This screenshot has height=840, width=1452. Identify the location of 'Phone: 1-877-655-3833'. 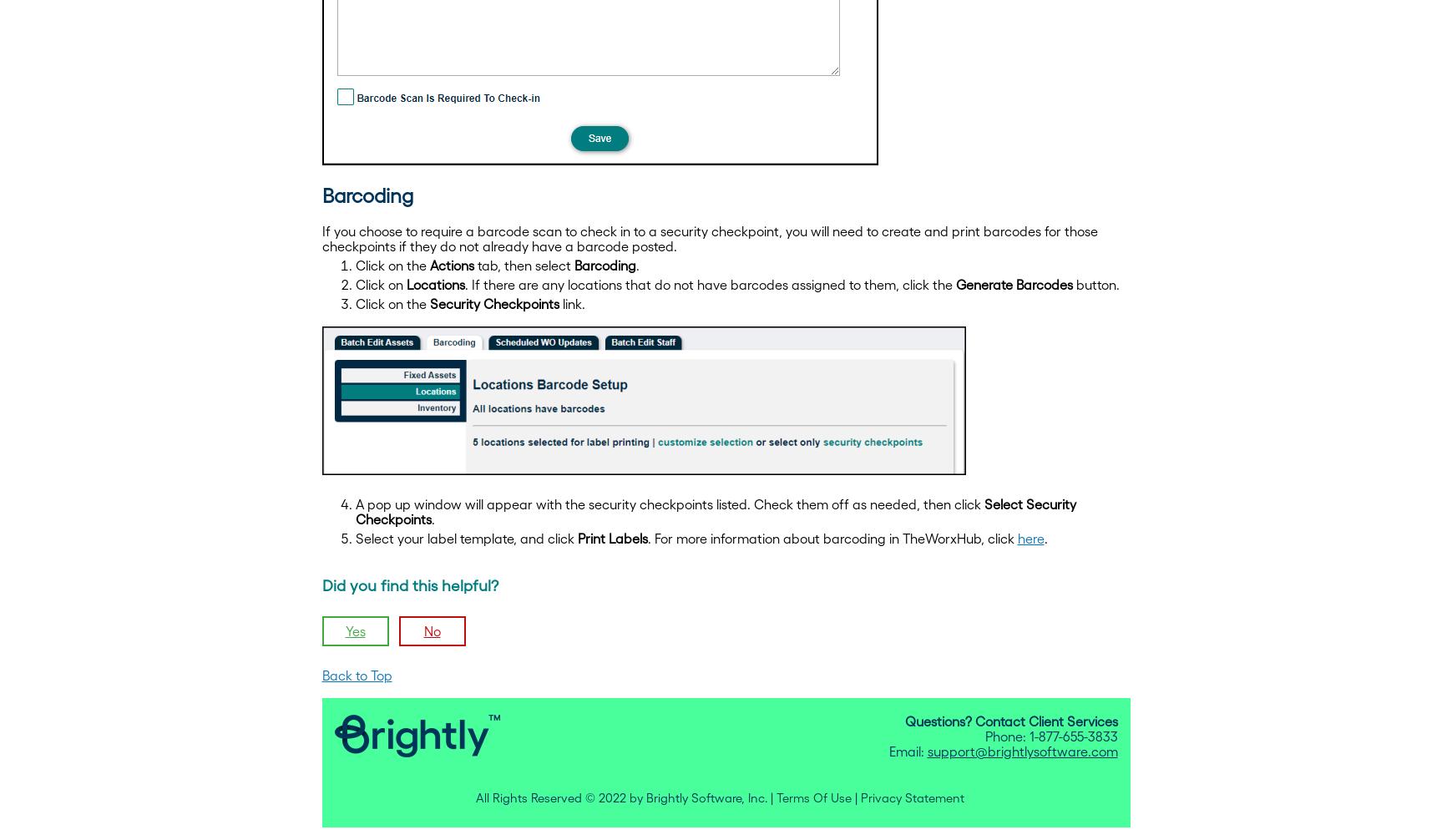
(1050, 735).